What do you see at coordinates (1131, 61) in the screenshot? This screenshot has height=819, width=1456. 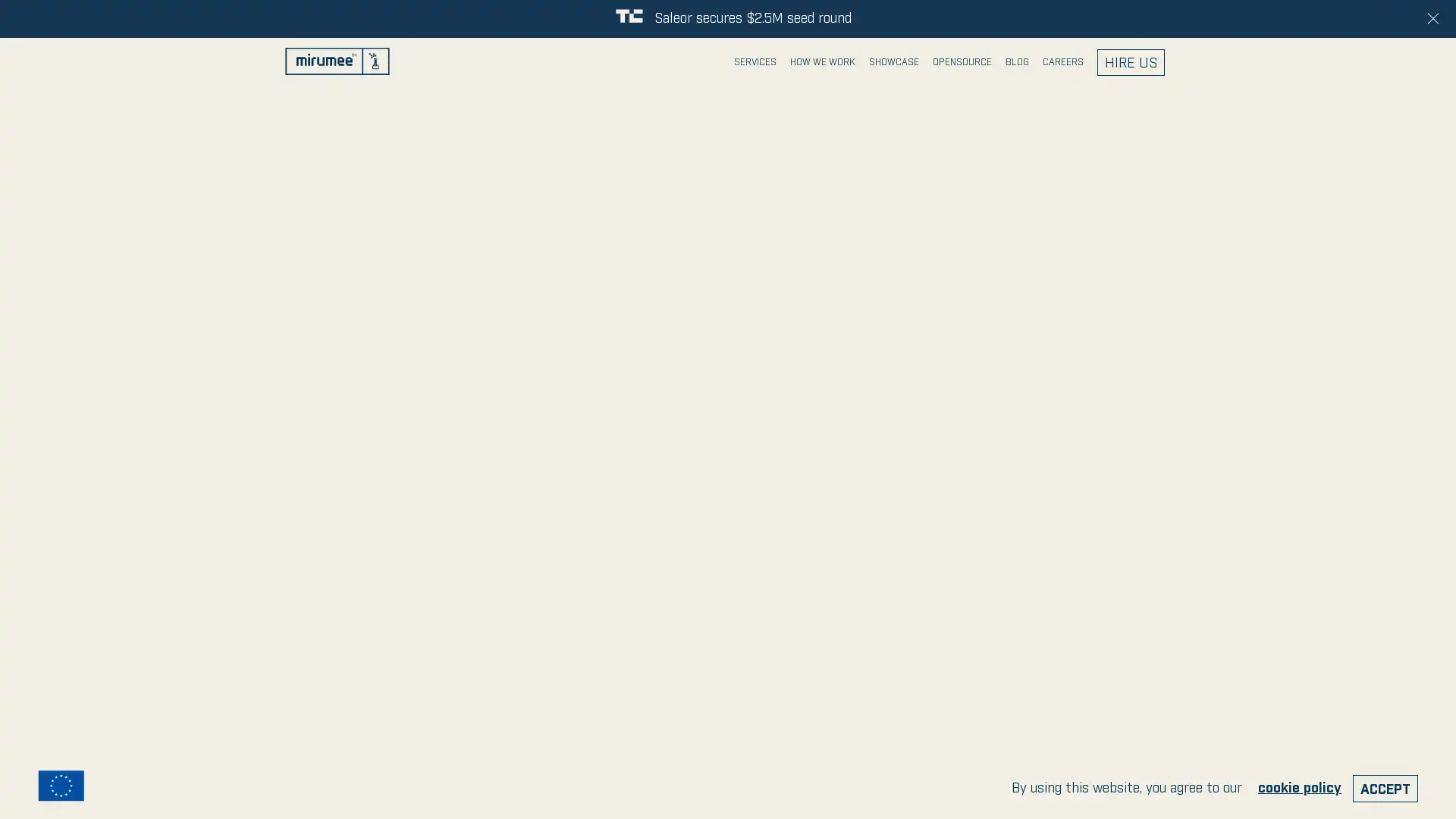 I see `HIRE US` at bounding box center [1131, 61].